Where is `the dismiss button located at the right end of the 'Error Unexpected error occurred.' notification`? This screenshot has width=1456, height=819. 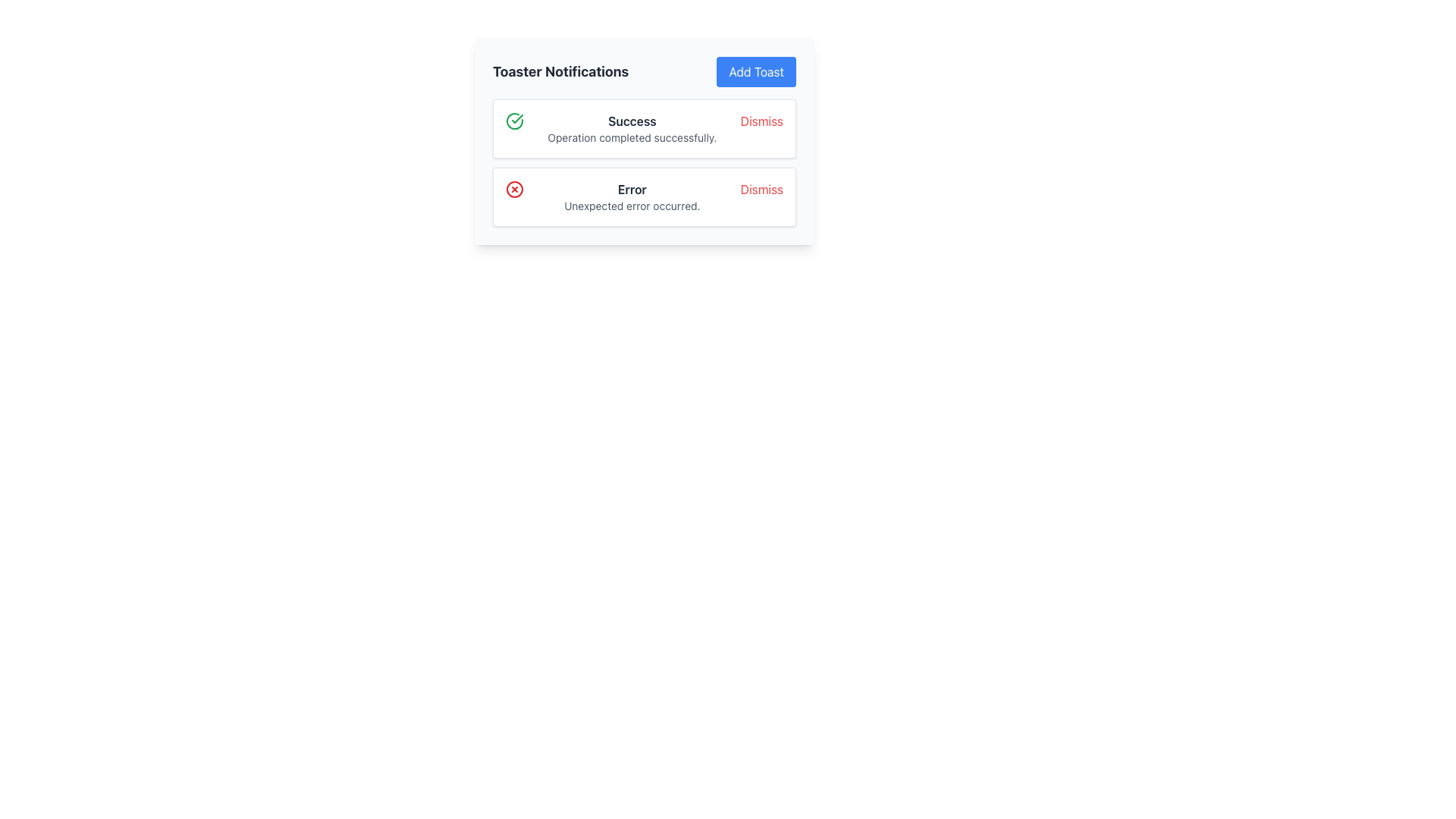
the dismiss button located at the right end of the 'Error Unexpected error occurred.' notification is located at coordinates (761, 189).